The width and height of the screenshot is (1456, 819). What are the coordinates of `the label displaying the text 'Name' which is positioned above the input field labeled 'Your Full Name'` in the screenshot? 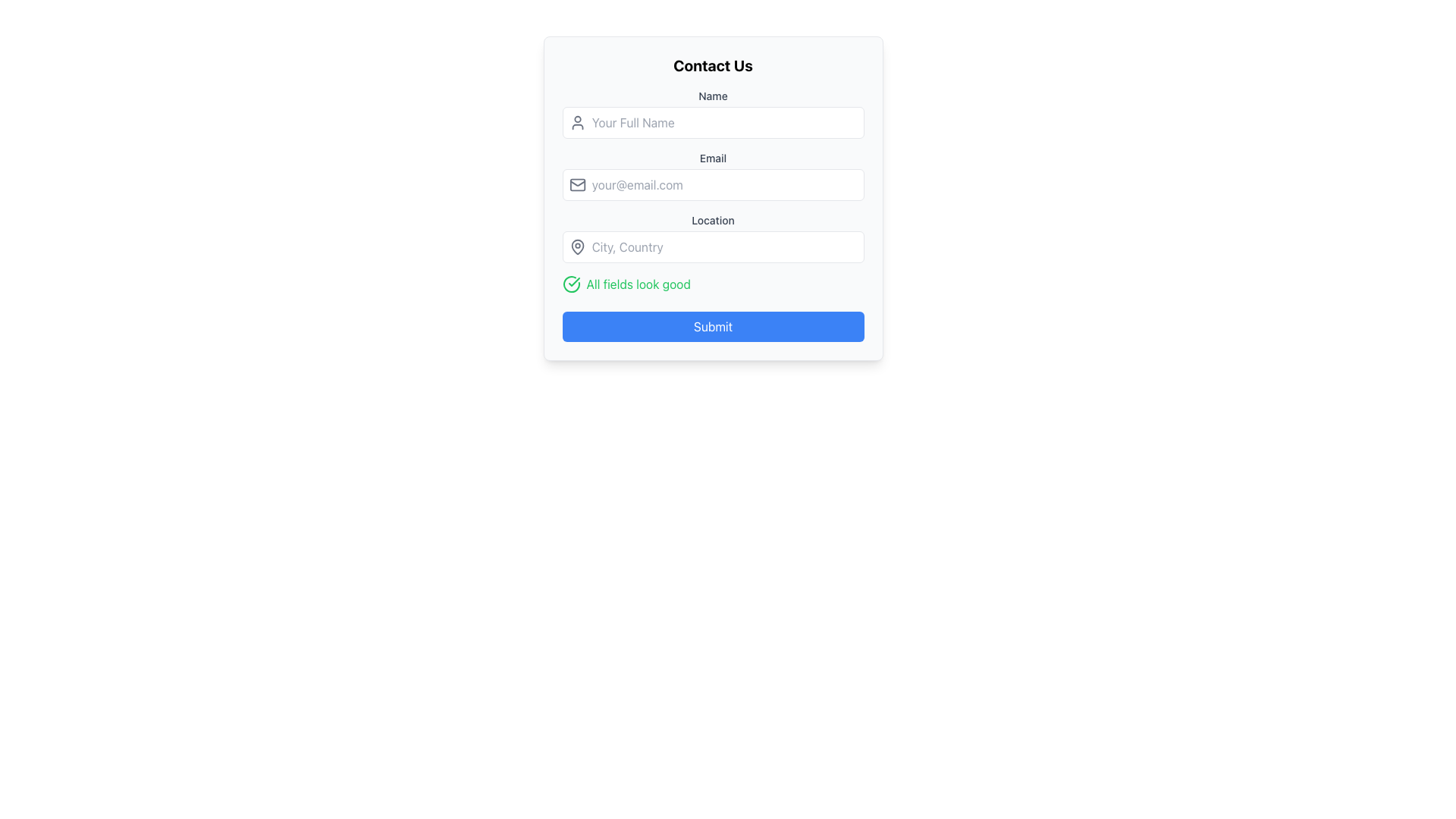 It's located at (712, 96).